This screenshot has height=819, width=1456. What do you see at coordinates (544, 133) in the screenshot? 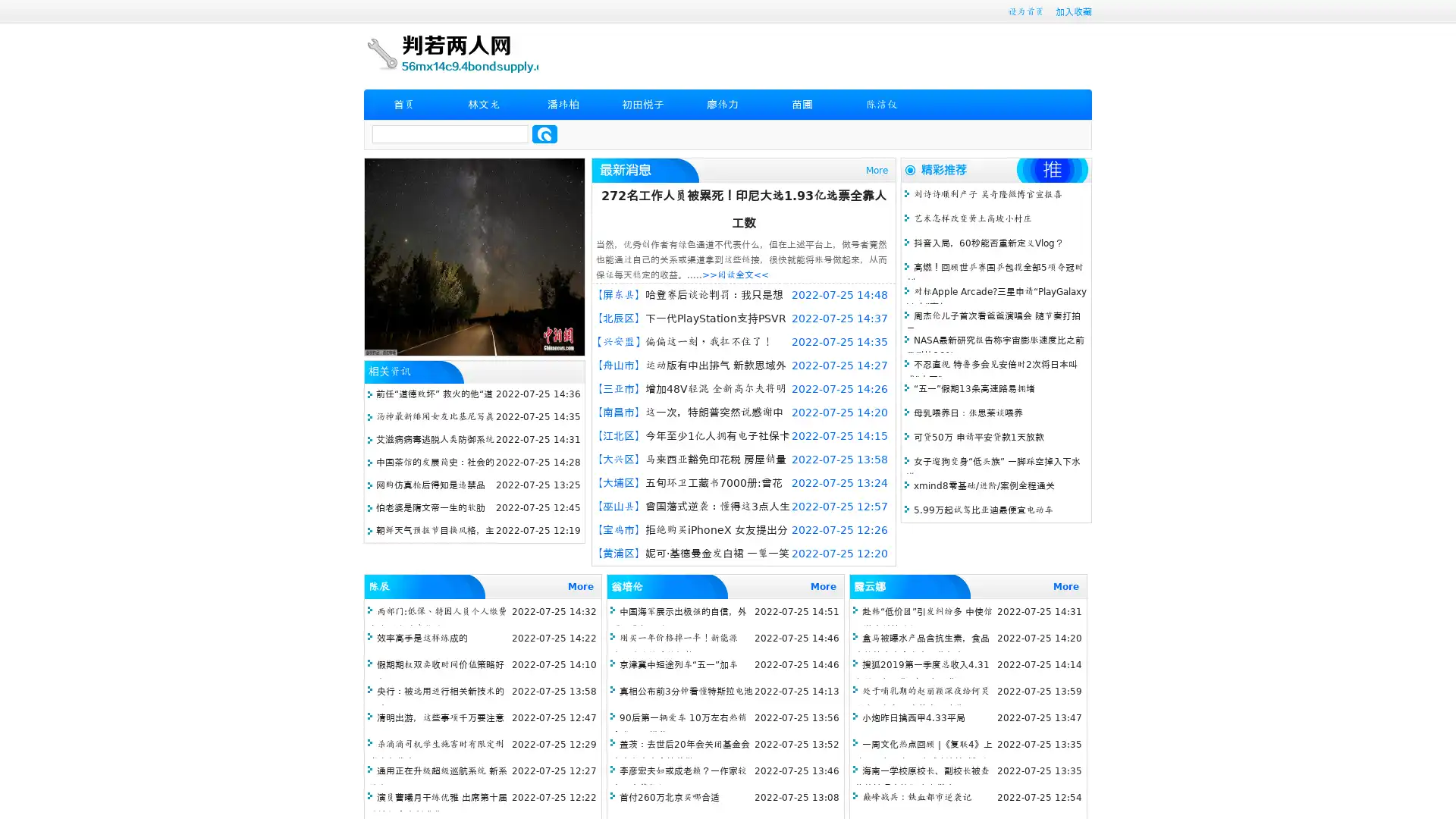
I see `Search` at bounding box center [544, 133].